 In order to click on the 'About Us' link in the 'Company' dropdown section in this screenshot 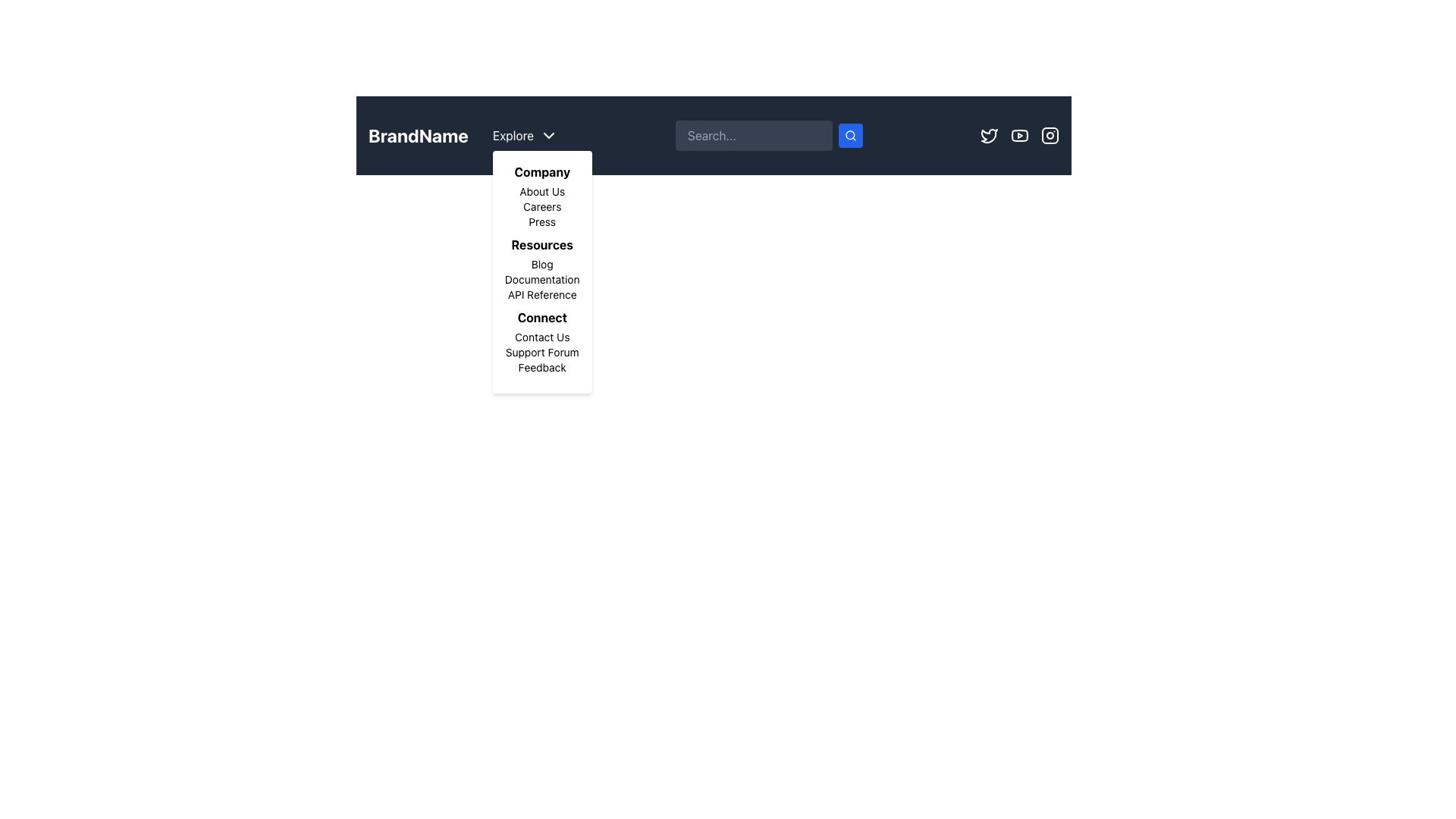, I will do `click(542, 195)`.